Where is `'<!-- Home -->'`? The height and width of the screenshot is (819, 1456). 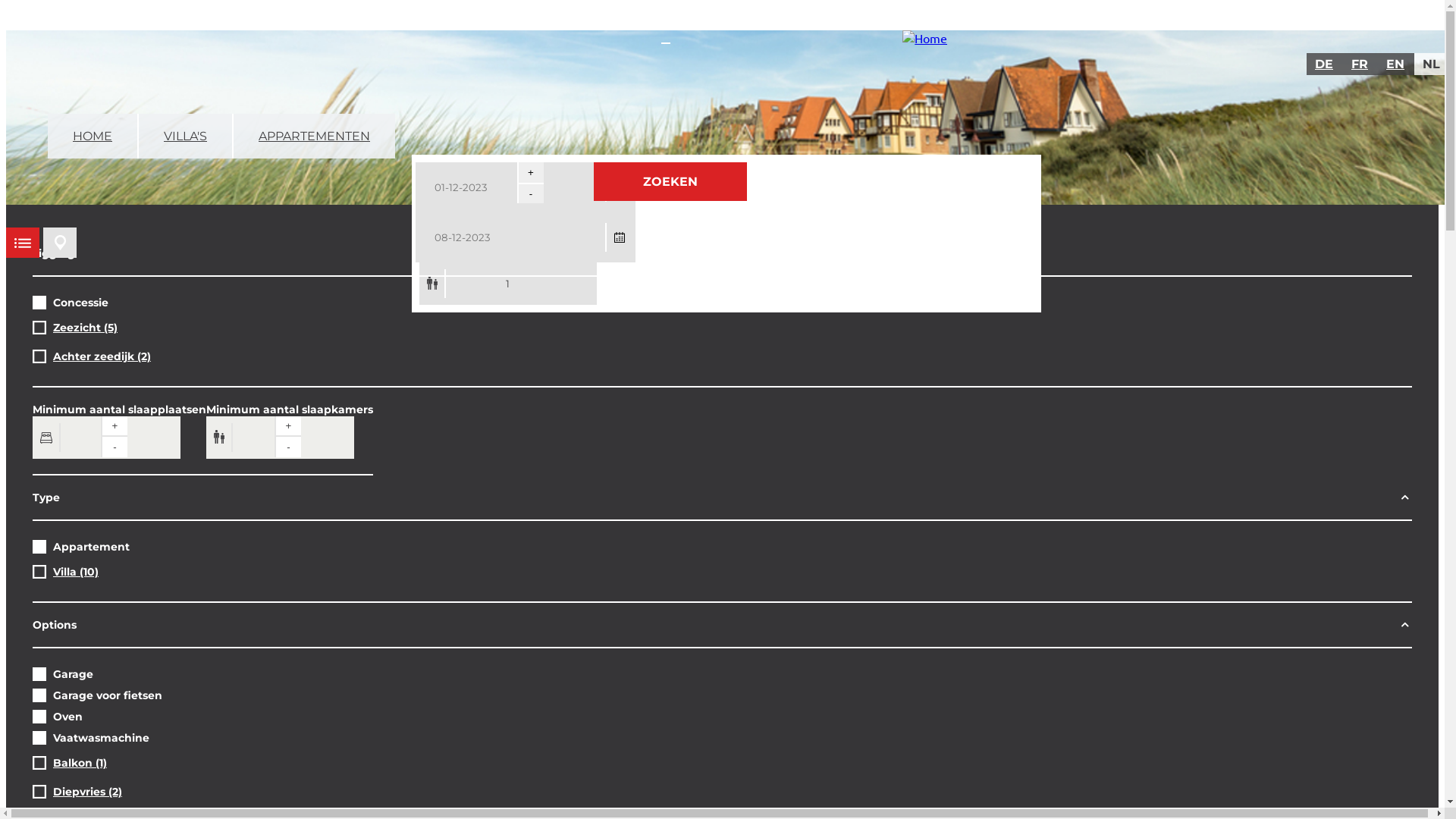
'<!-- Home -->' is located at coordinates (924, 37).